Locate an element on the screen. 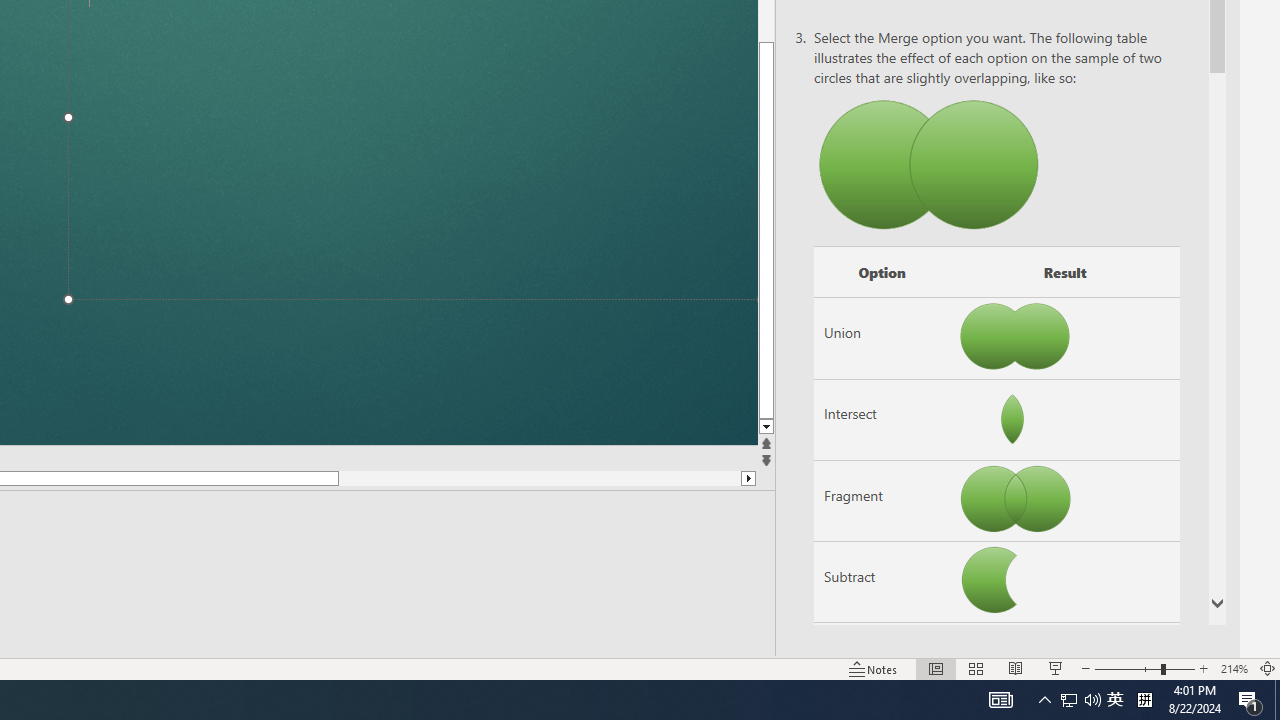 The image size is (1280, 720). 'Zoom 214%' is located at coordinates (1233, 669).